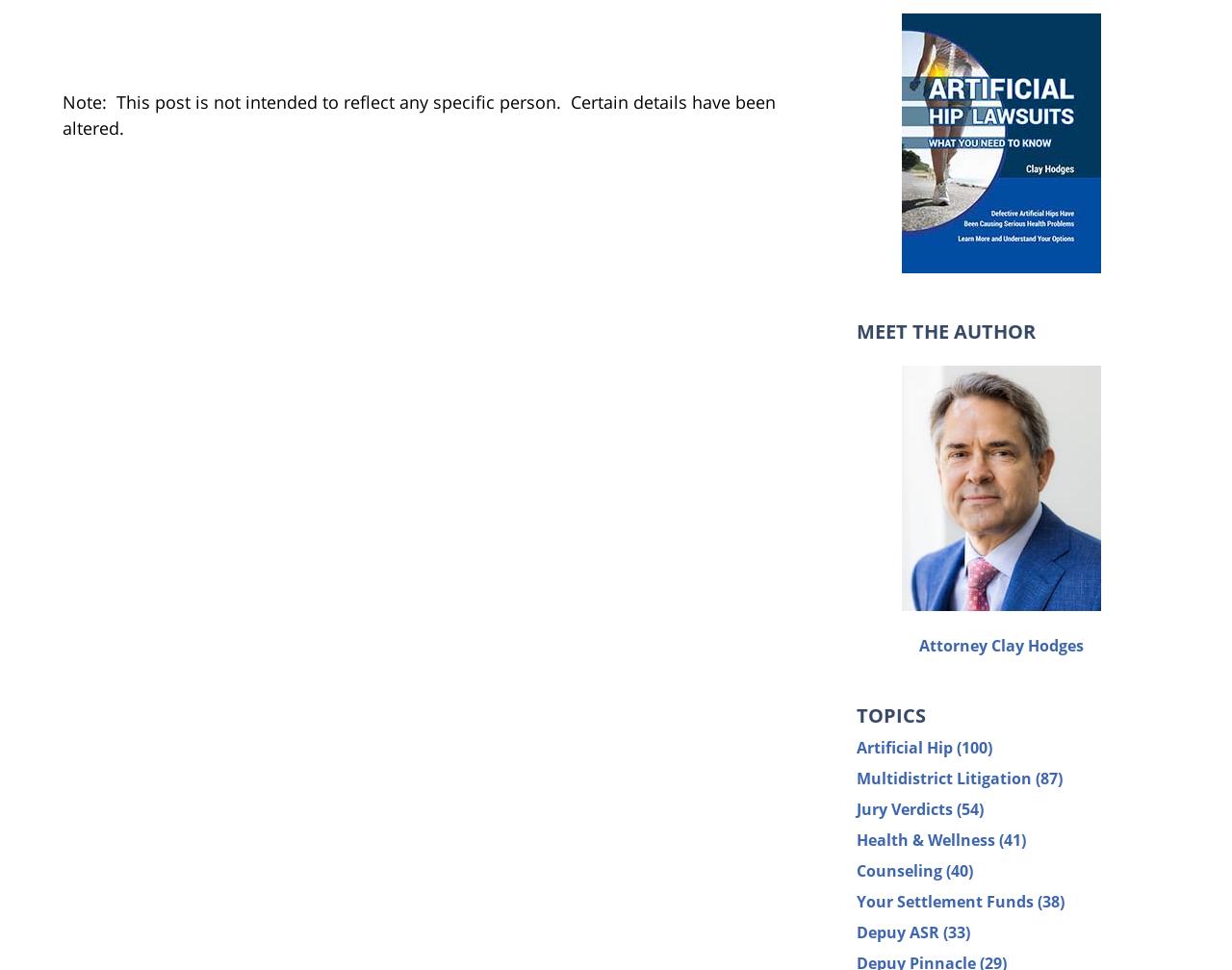 This screenshot has width=1232, height=970. I want to click on 'Jury Verdicts', so click(905, 807).